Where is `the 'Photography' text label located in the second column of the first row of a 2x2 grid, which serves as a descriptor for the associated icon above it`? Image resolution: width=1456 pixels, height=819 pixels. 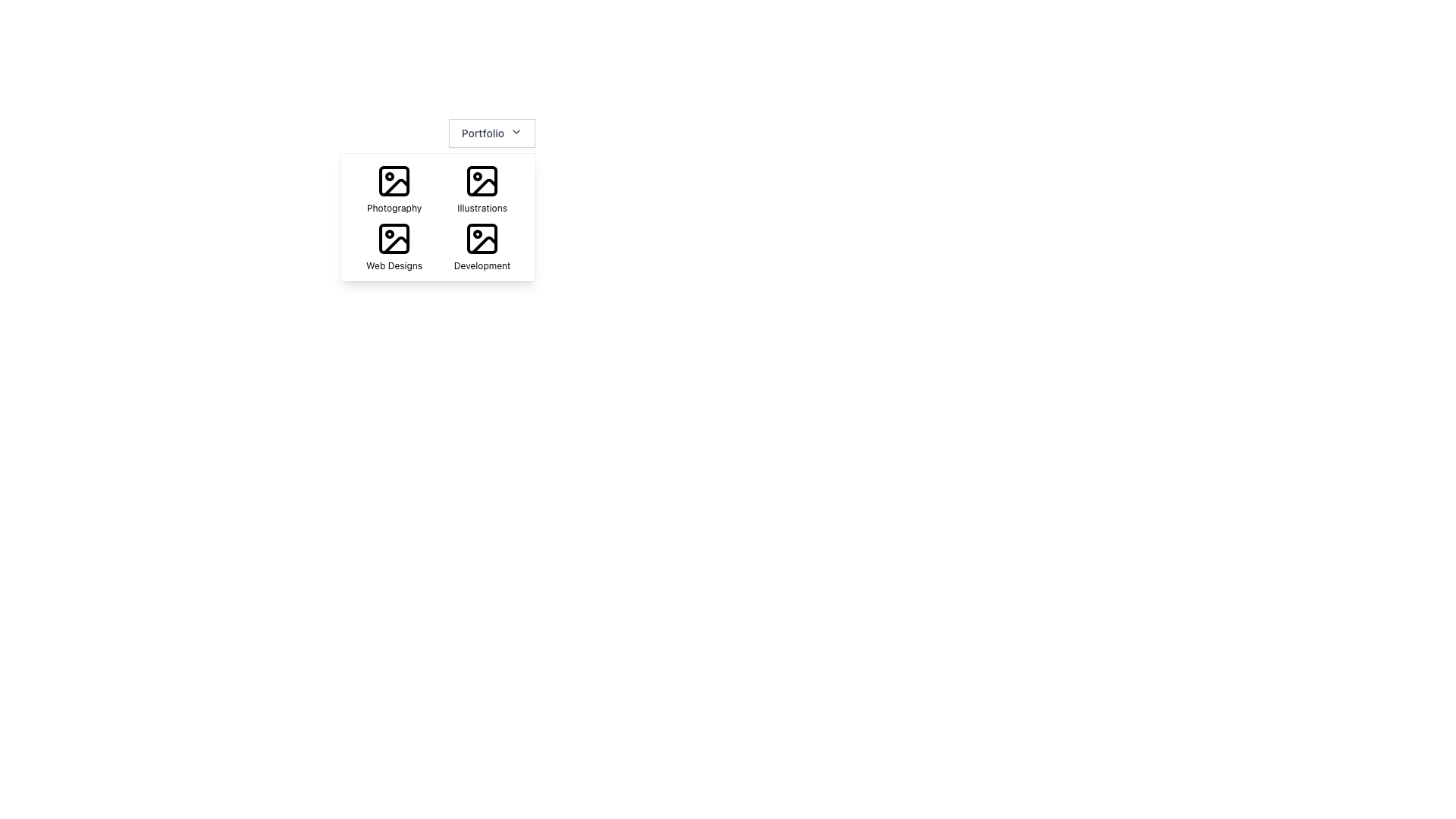
the 'Photography' text label located in the second column of the first row of a 2x2 grid, which serves as a descriptor for the associated icon above it is located at coordinates (394, 208).